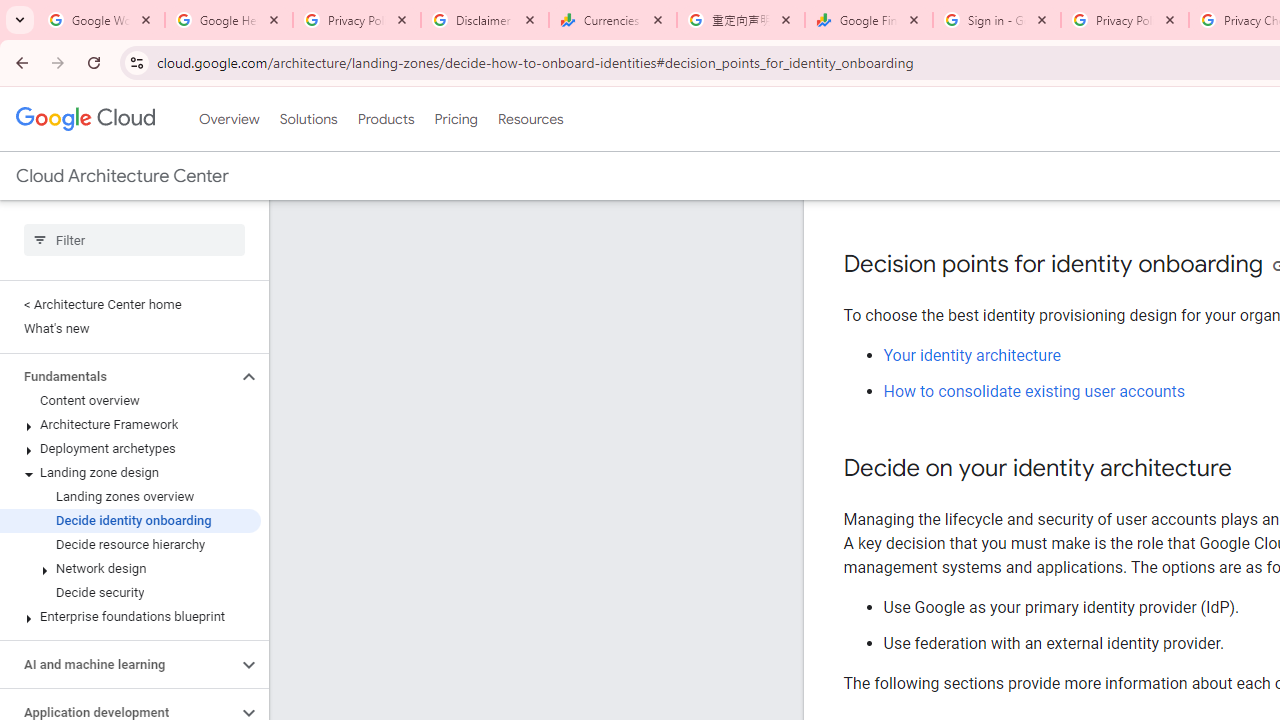 The image size is (1280, 720). I want to click on '< Architecture Center home', so click(129, 304).